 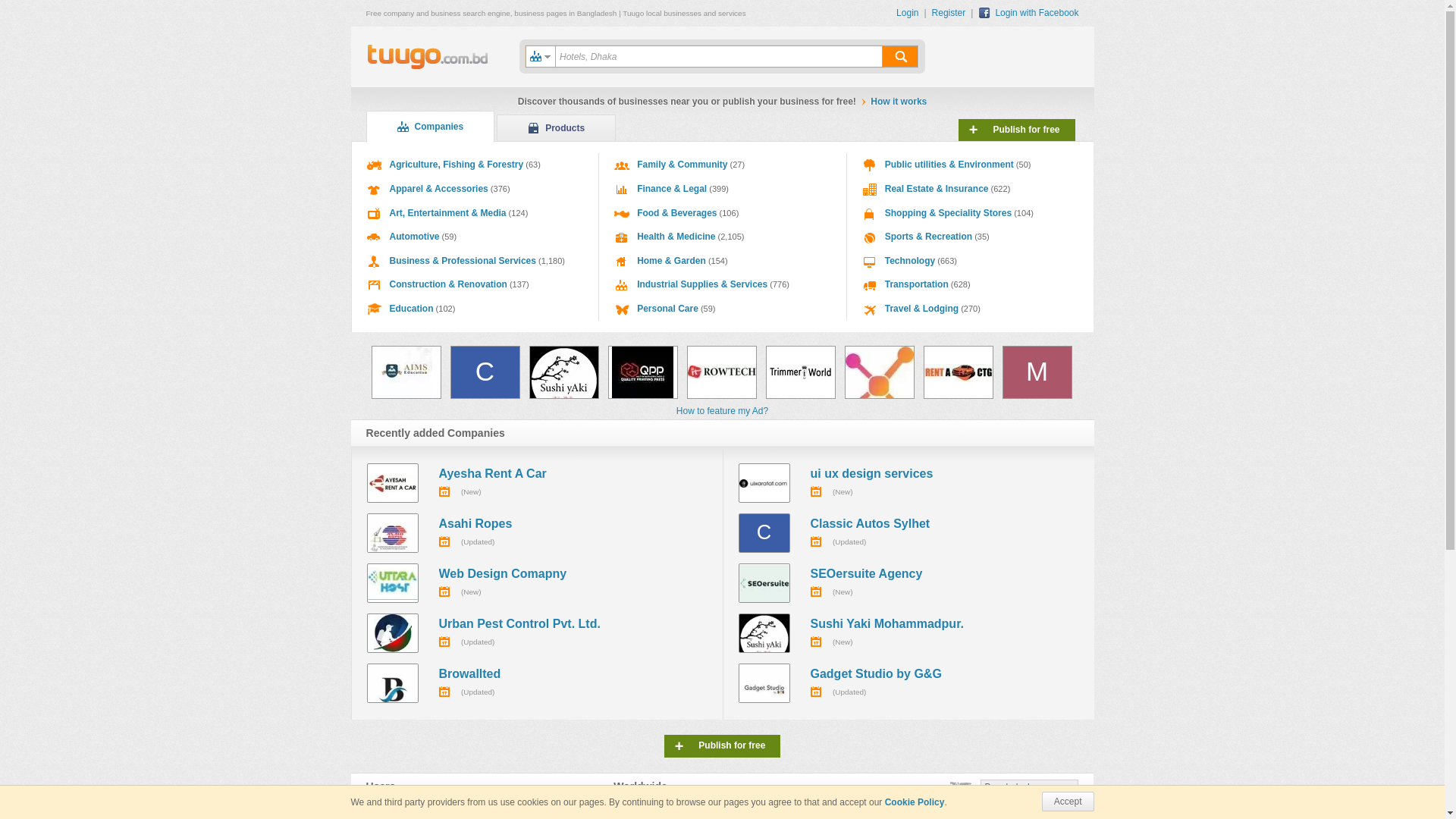 I want to click on ' Health & Medicine (2,105)', so click(x=722, y=237).